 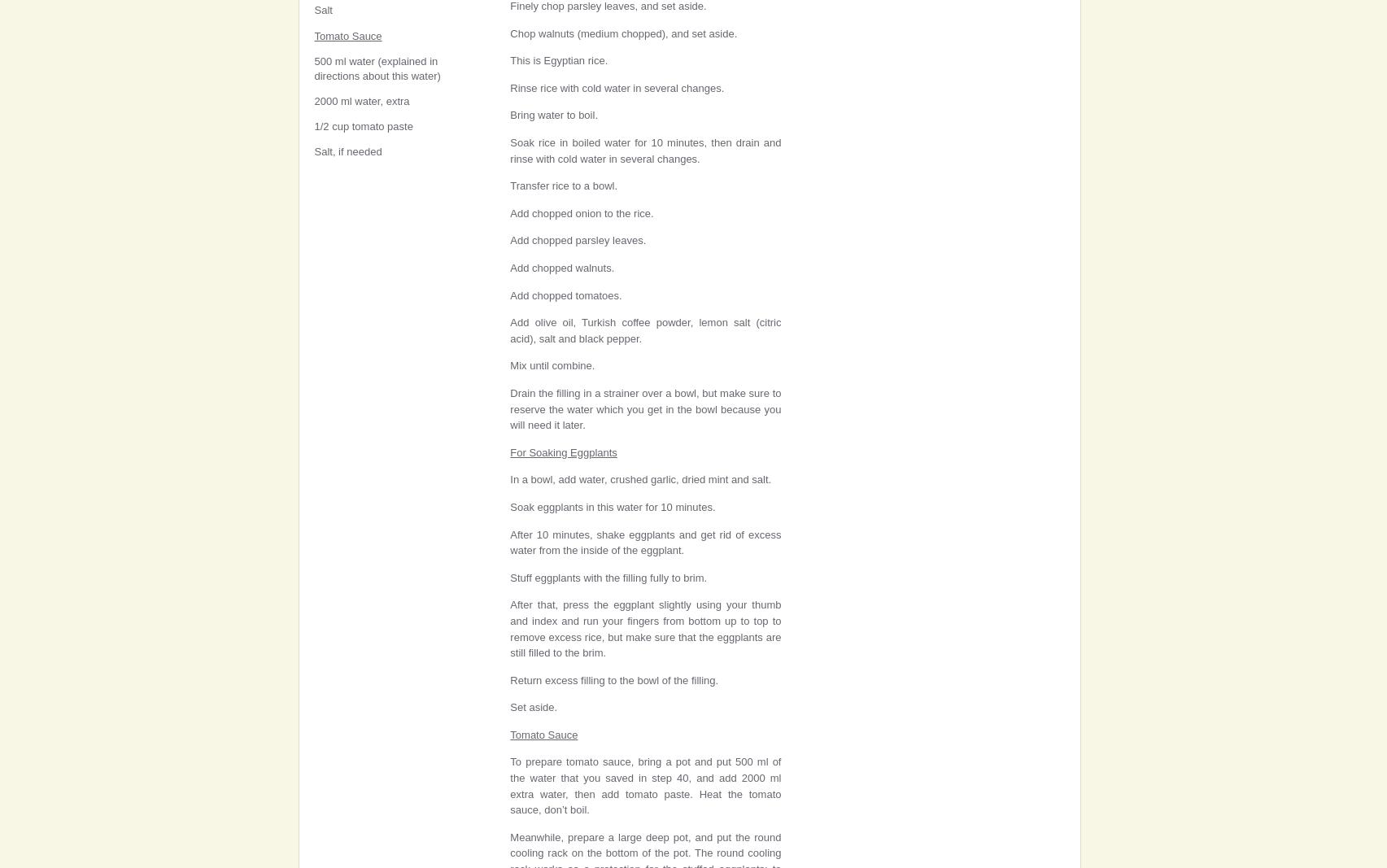 I want to click on 'Add chopped parsley leaves.', so click(x=578, y=240).